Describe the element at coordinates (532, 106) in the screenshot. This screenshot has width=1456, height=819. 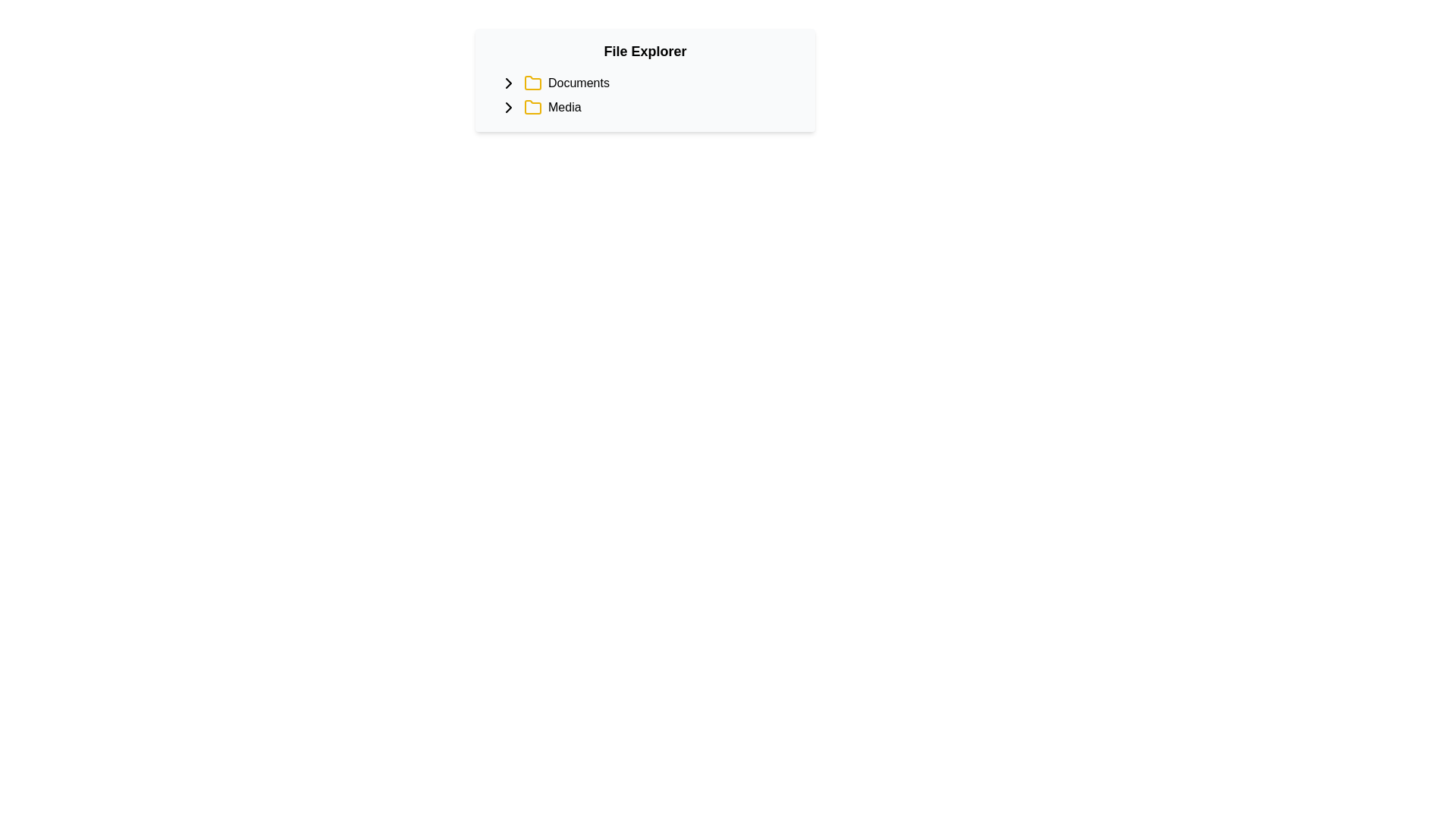
I see `the second folder icon in the 'File Explorer' interface, located directly under the 'Documents' folder icon, which is visually paired with the label 'Media'` at that location.